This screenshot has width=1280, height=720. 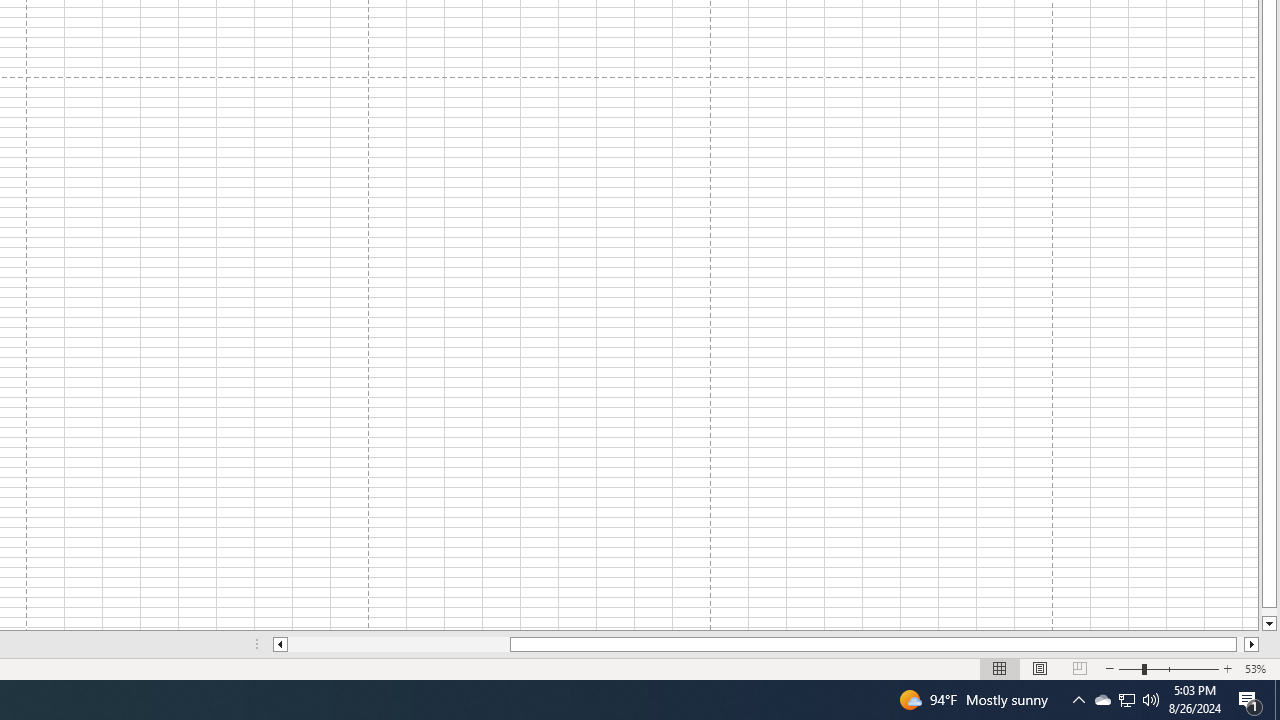 What do you see at coordinates (398, 644) in the screenshot?
I see `'Page left'` at bounding box center [398, 644].